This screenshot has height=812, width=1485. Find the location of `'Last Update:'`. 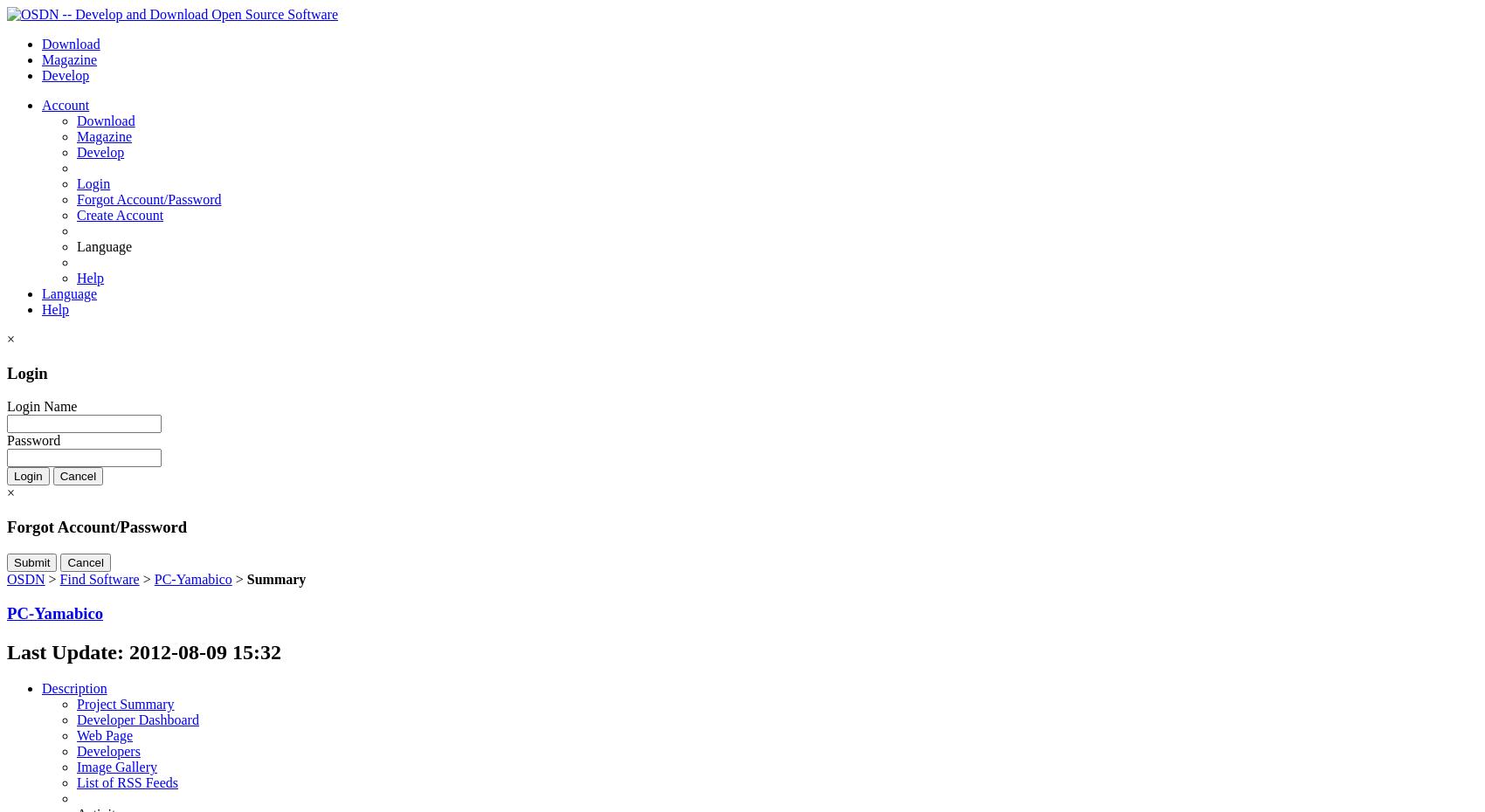

'Last Update:' is located at coordinates (68, 651).